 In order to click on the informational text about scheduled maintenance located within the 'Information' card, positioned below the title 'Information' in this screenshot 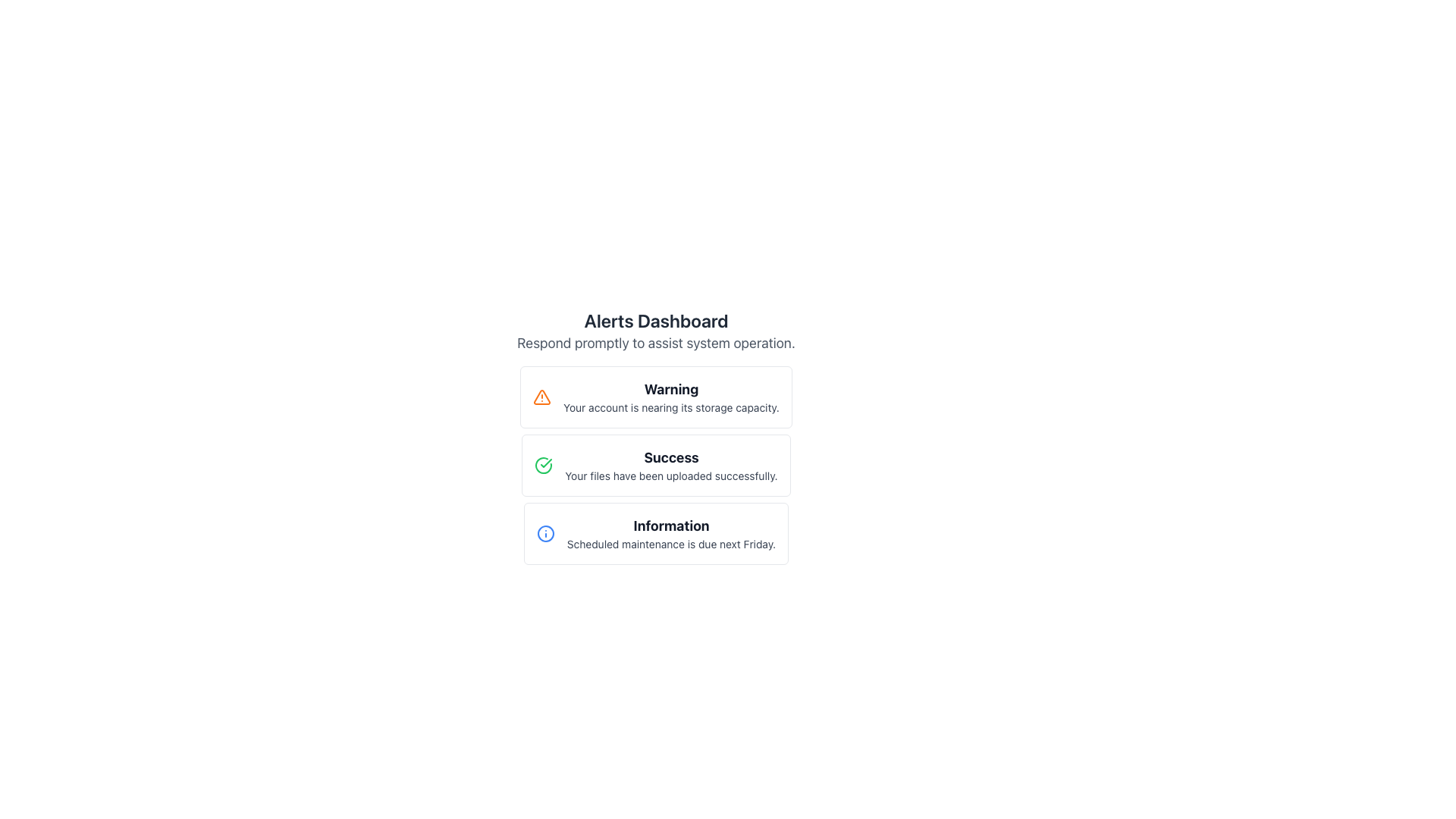, I will do `click(670, 543)`.